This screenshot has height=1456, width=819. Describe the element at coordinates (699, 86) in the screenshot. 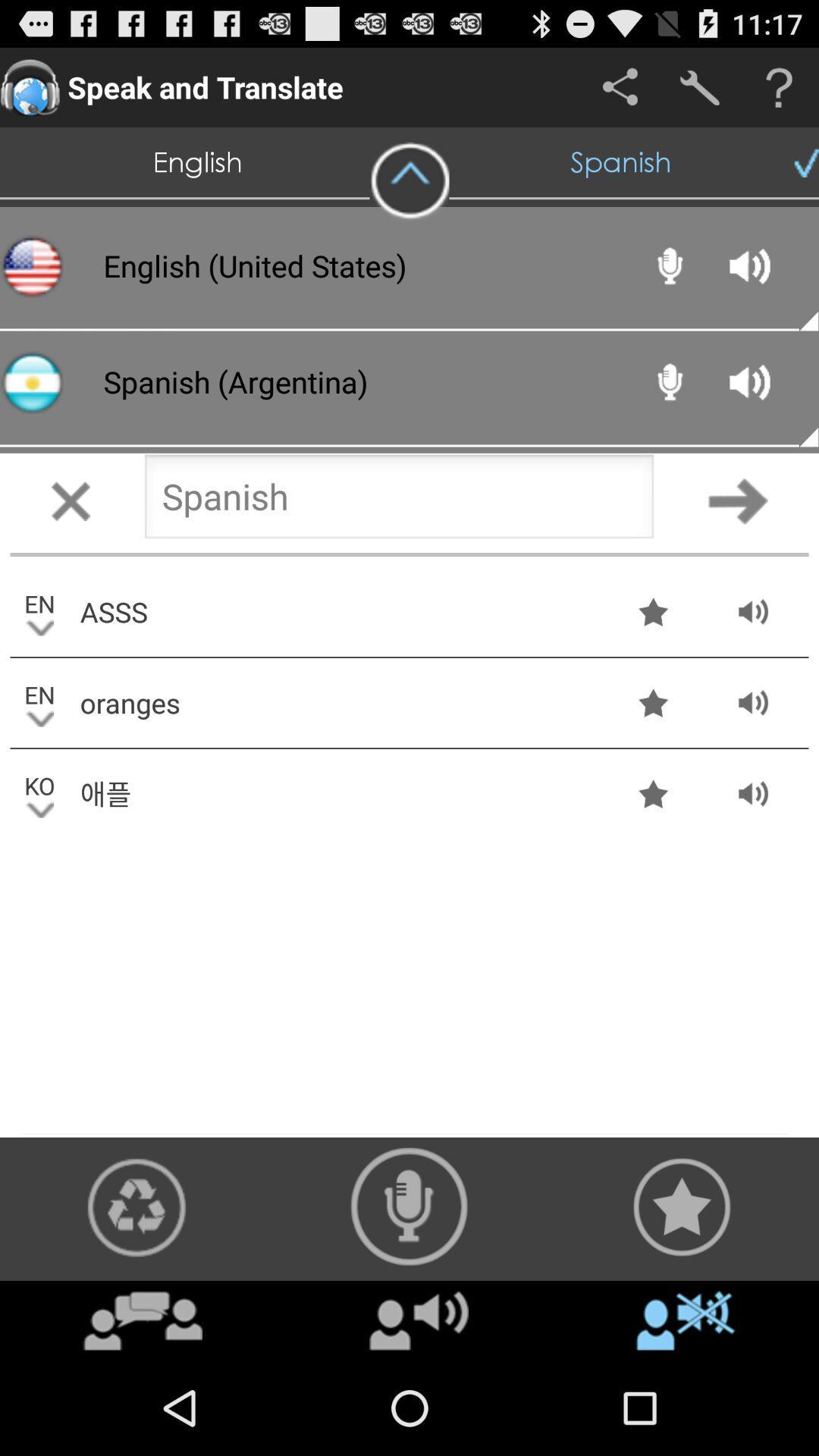

I see `setting` at that location.